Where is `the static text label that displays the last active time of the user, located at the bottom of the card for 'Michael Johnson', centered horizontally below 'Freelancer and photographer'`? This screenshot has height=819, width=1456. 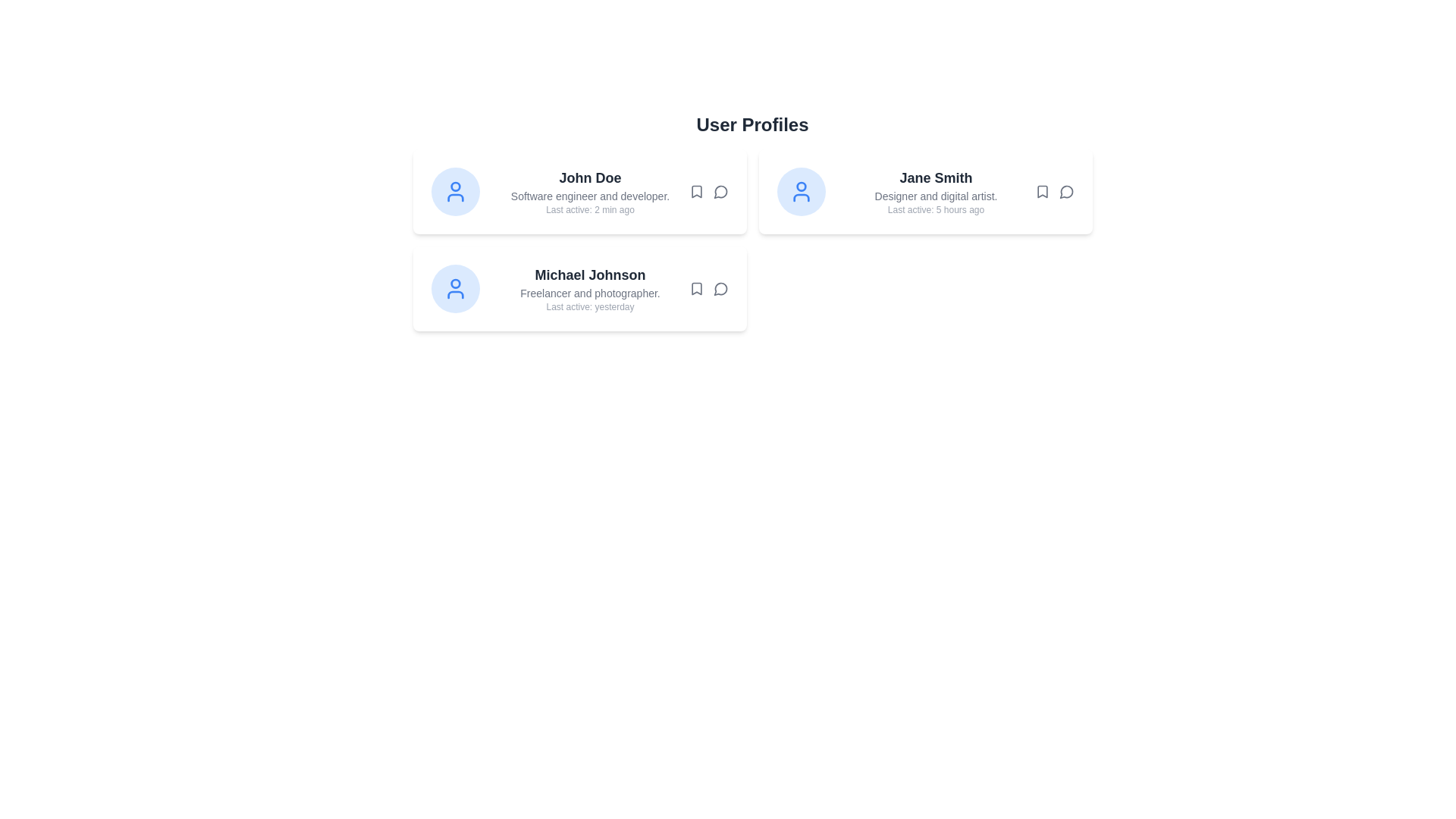 the static text label that displays the last active time of the user, located at the bottom of the card for 'Michael Johnson', centered horizontally below 'Freelancer and photographer' is located at coordinates (589, 307).